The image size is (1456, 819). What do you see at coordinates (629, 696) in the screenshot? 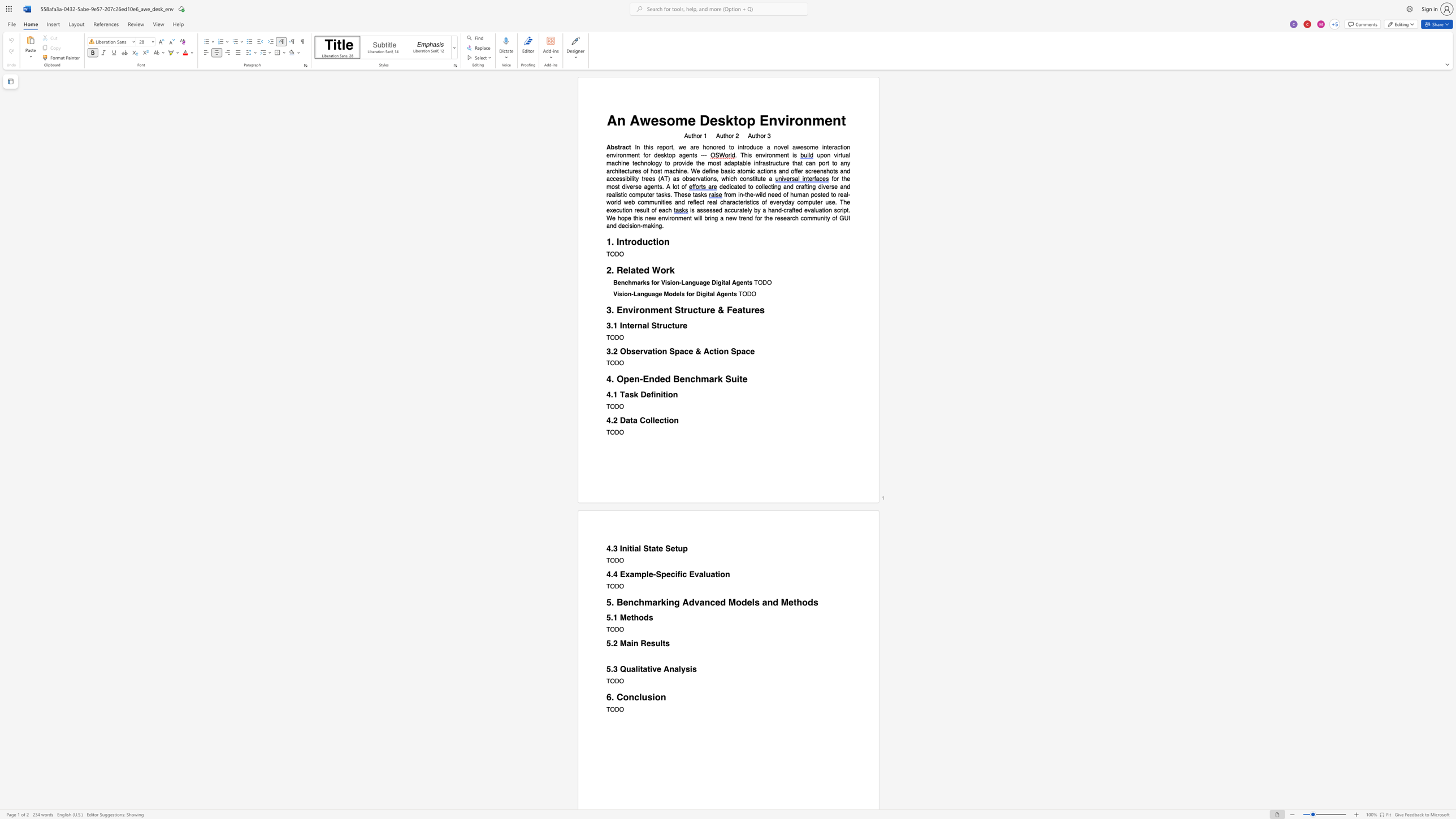
I see `the subset text "nclus" within the text "6. Conclusion"` at bounding box center [629, 696].